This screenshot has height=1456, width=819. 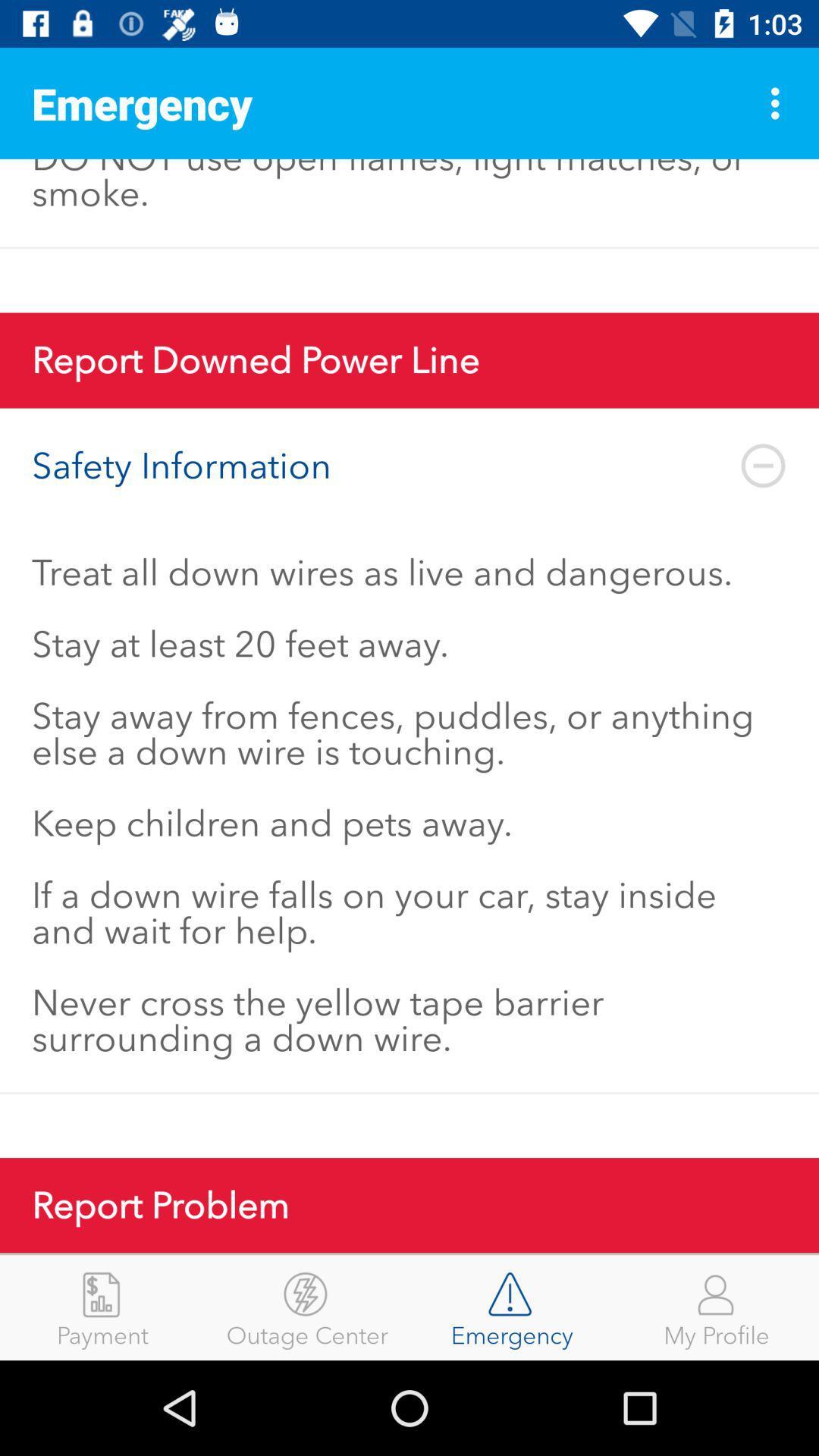 What do you see at coordinates (307, 1307) in the screenshot?
I see `the icon to the right of payment icon` at bounding box center [307, 1307].